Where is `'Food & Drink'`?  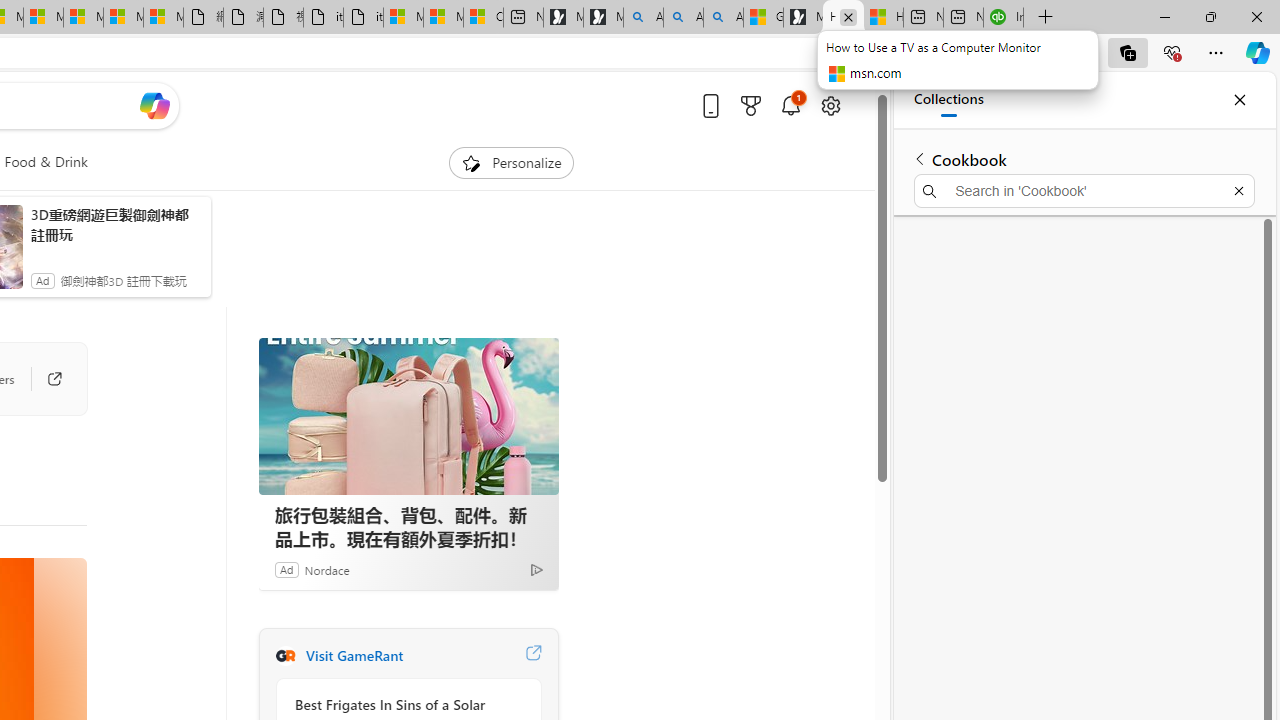 'Food & Drink' is located at coordinates (46, 162).